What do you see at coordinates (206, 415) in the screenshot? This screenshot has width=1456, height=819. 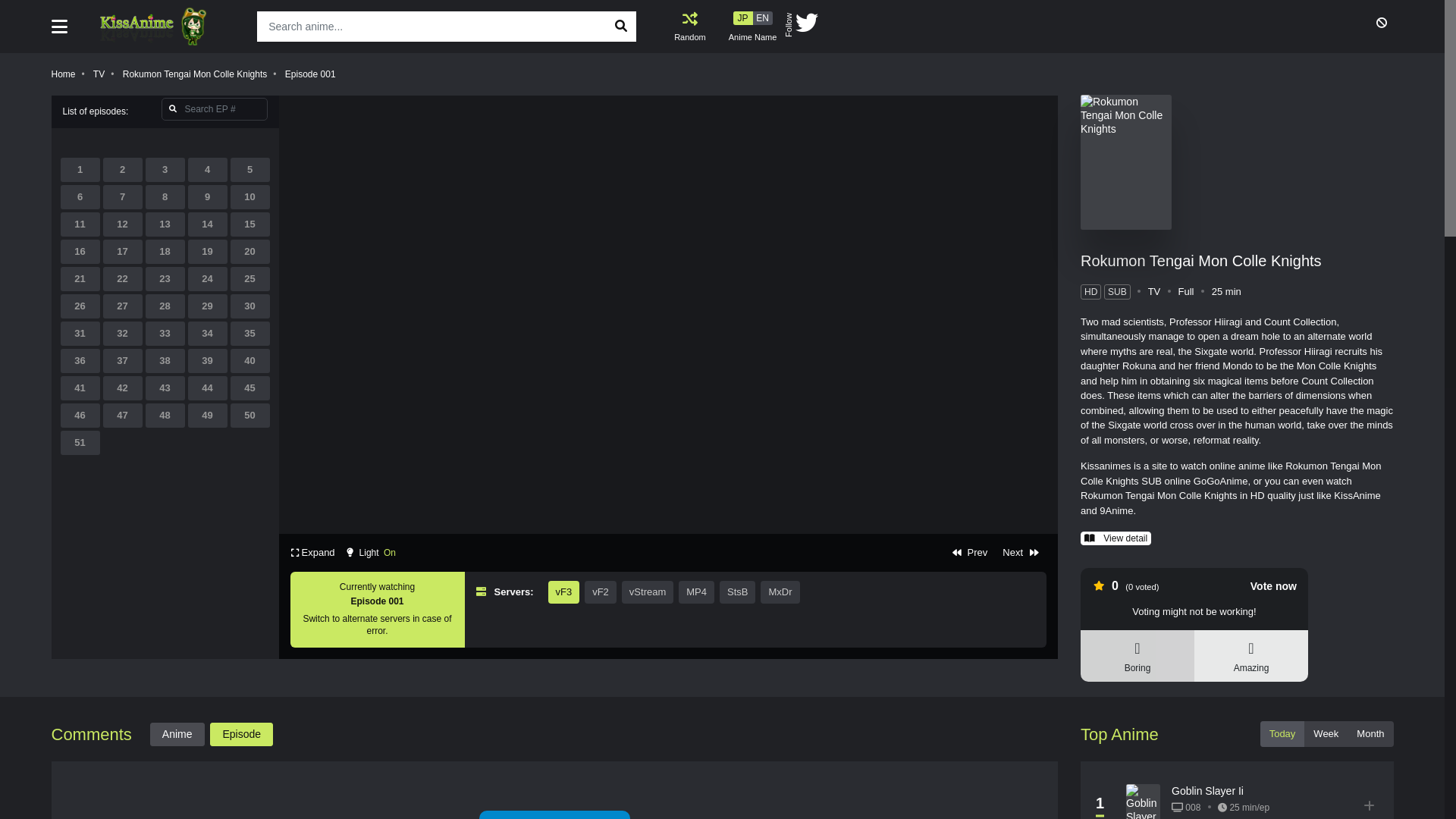 I see `'49'` at bounding box center [206, 415].